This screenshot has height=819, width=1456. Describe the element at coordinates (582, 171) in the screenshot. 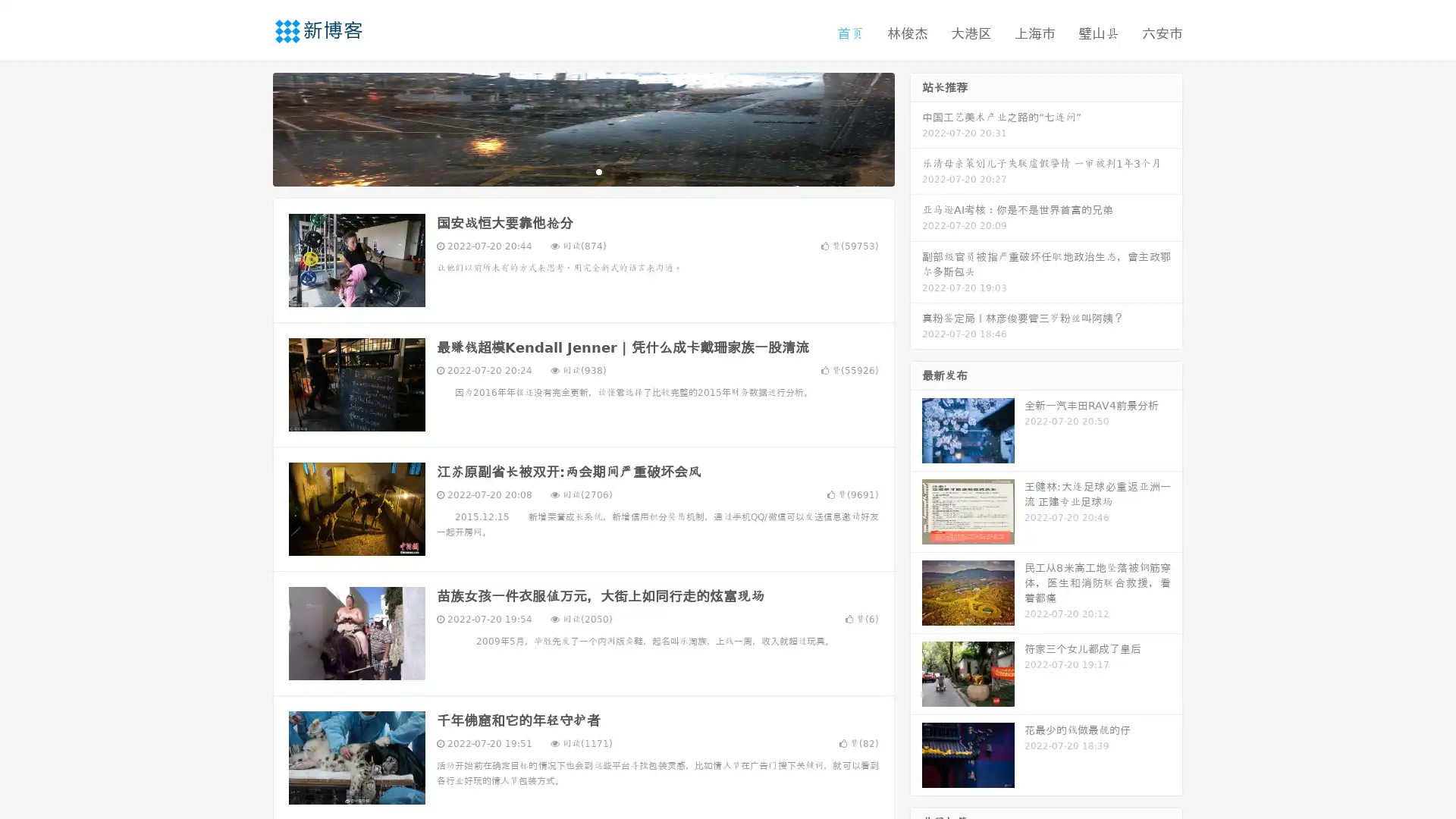

I see `Go to slide 2` at that location.